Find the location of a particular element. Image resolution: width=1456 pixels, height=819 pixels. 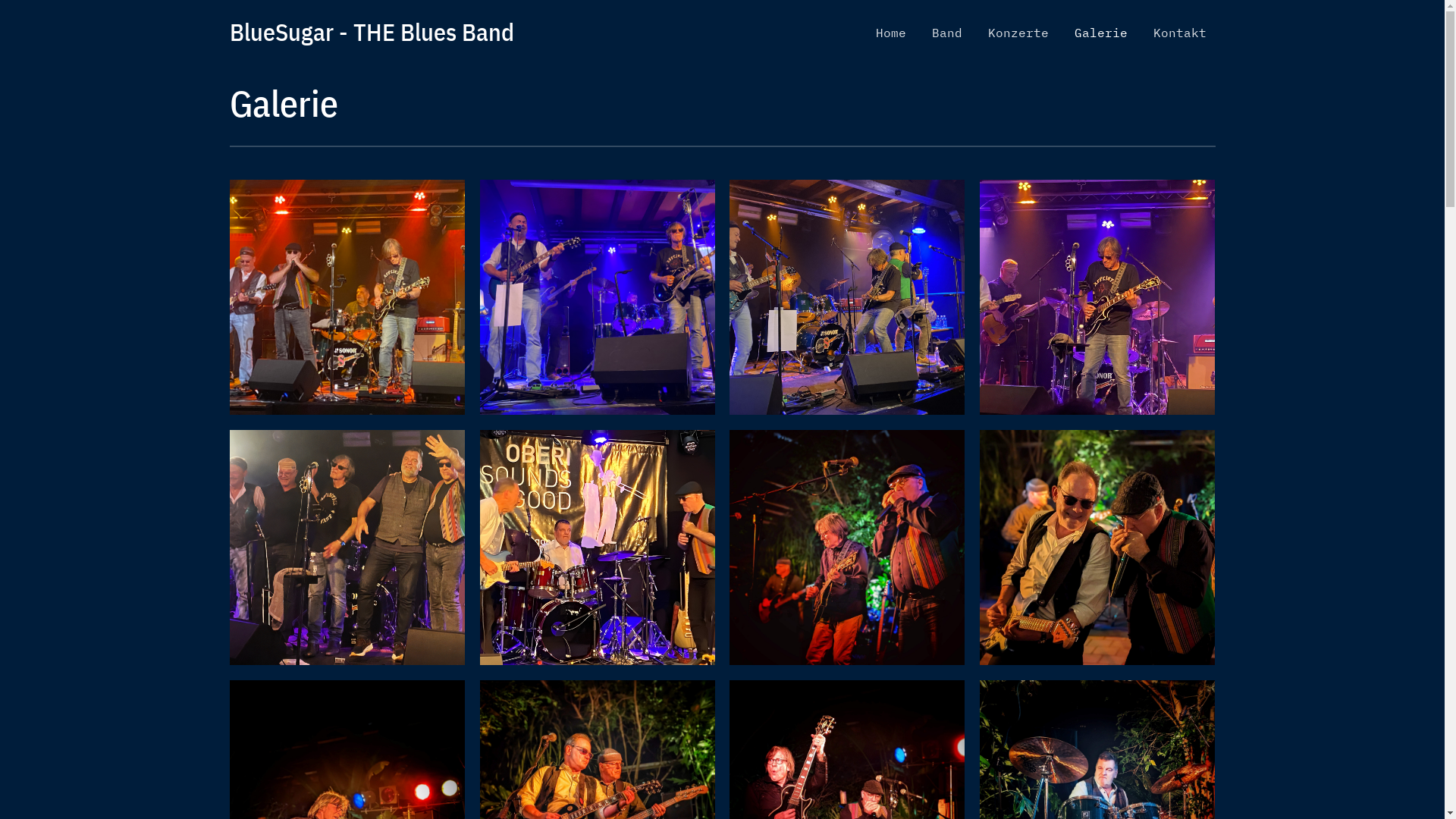

'BlueSugar - THE Blues Band' is located at coordinates (371, 32).